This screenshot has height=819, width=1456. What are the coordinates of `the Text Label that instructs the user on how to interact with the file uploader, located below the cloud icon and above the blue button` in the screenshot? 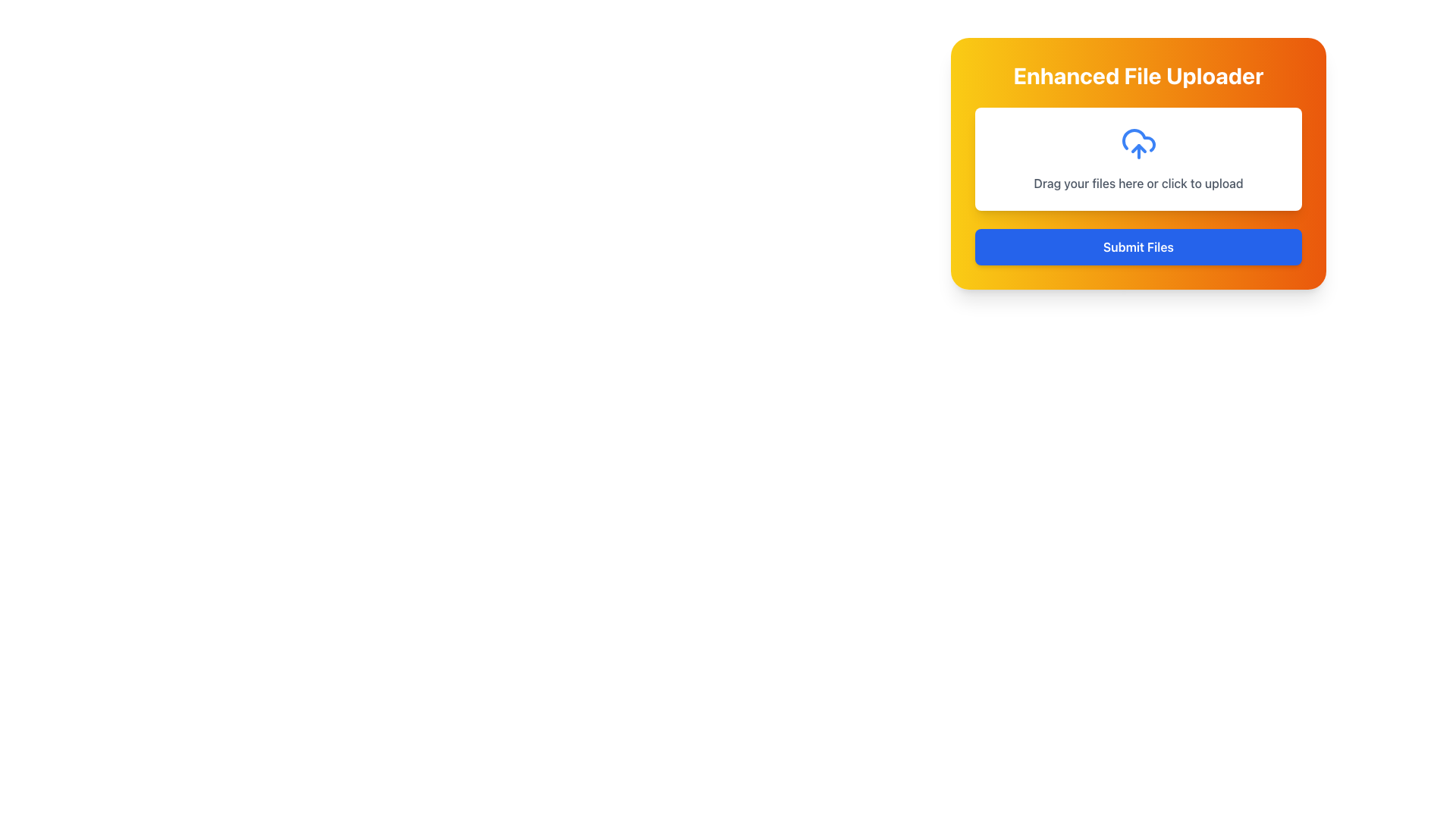 It's located at (1138, 183).